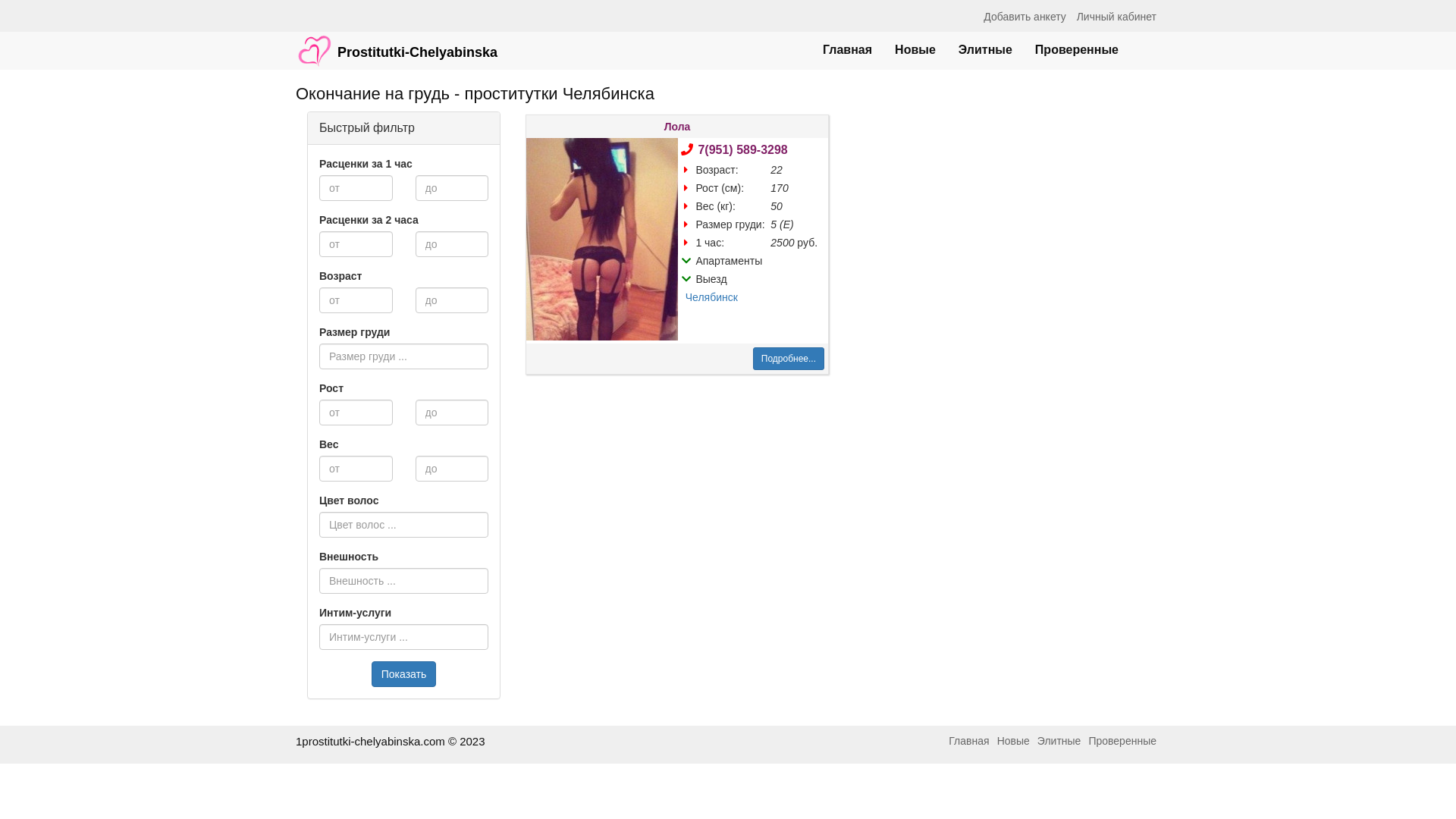 The width and height of the screenshot is (1456, 819). Describe the element at coordinates (397, 42) in the screenshot. I see `'Prostitutki-Chelyabinska'` at that location.